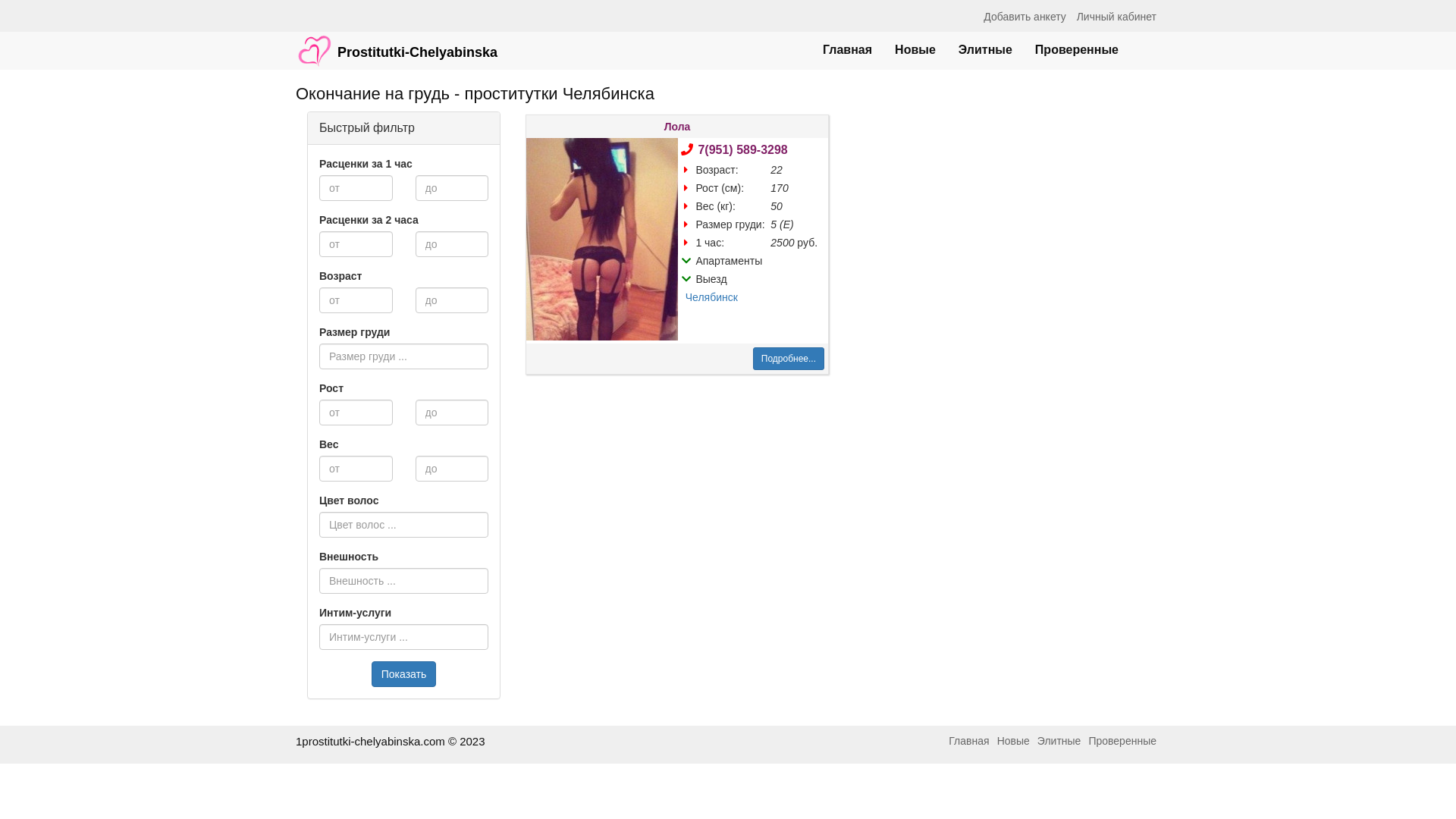 The width and height of the screenshot is (1456, 819). Describe the element at coordinates (397, 42) in the screenshot. I see `'Prostitutki-Chelyabinska'` at that location.